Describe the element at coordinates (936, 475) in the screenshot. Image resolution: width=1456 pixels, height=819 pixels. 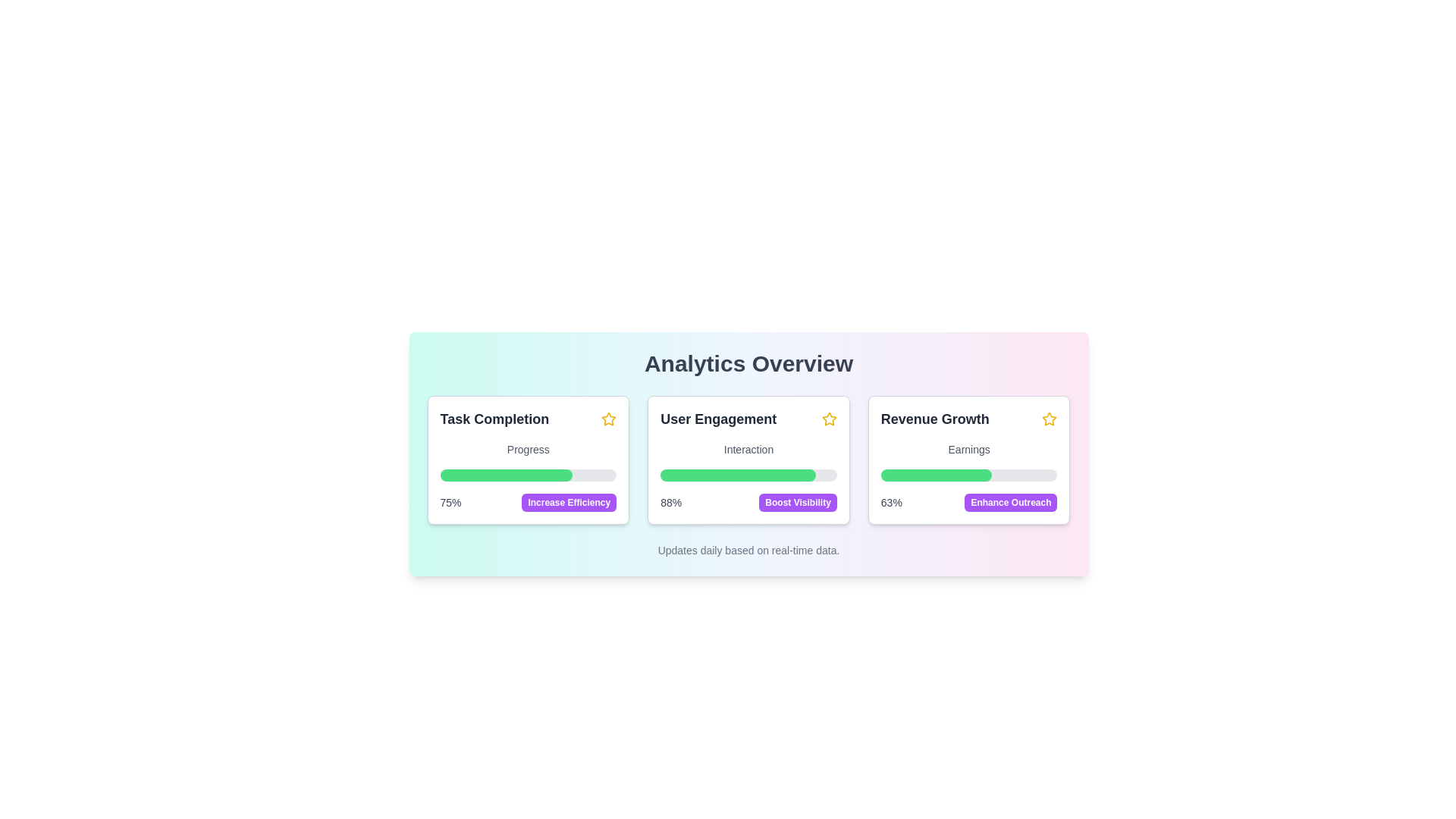
I see `the progress bar that visually represents the revenue growth percentage, located centrally within the 'Revenue Growth' card, above the percentage text` at that location.